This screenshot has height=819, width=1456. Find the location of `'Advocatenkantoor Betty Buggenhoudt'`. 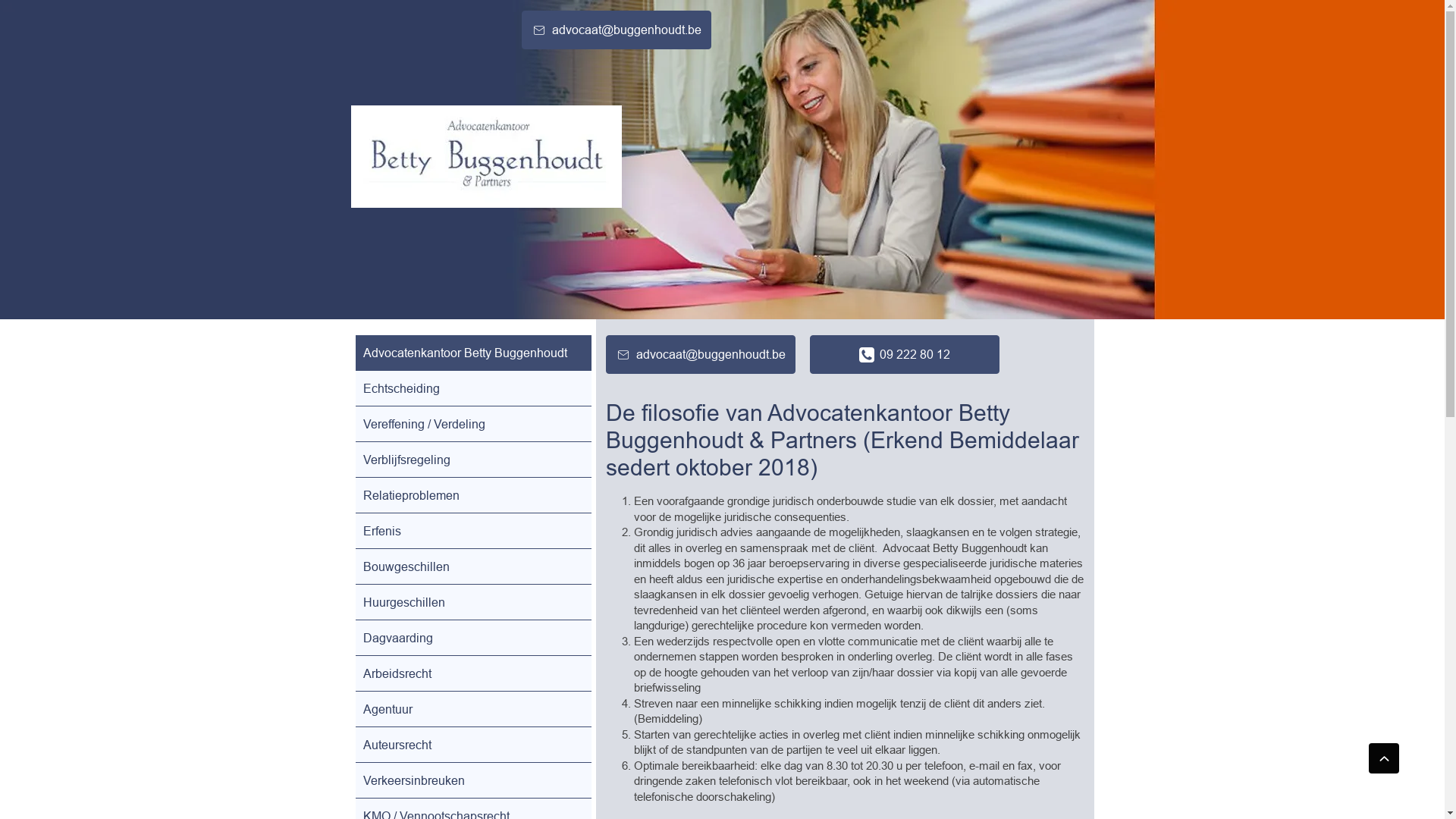

'Advocatenkantoor Betty Buggenhoudt' is located at coordinates (472, 353).